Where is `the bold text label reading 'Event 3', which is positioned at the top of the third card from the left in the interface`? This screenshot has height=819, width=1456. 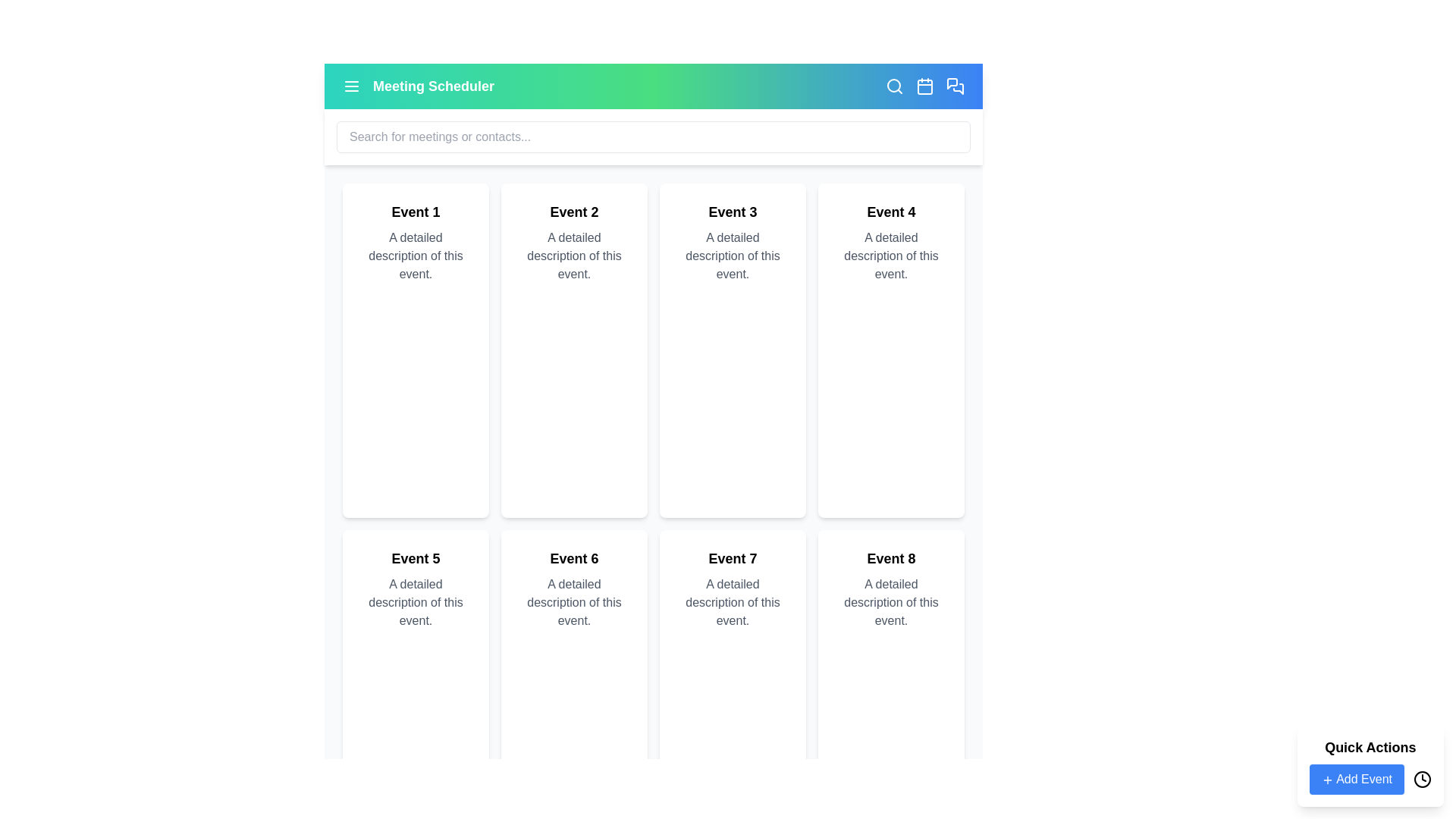
the bold text label reading 'Event 3', which is positioned at the top of the third card from the left in the interface is located at coordinates (733, 212).